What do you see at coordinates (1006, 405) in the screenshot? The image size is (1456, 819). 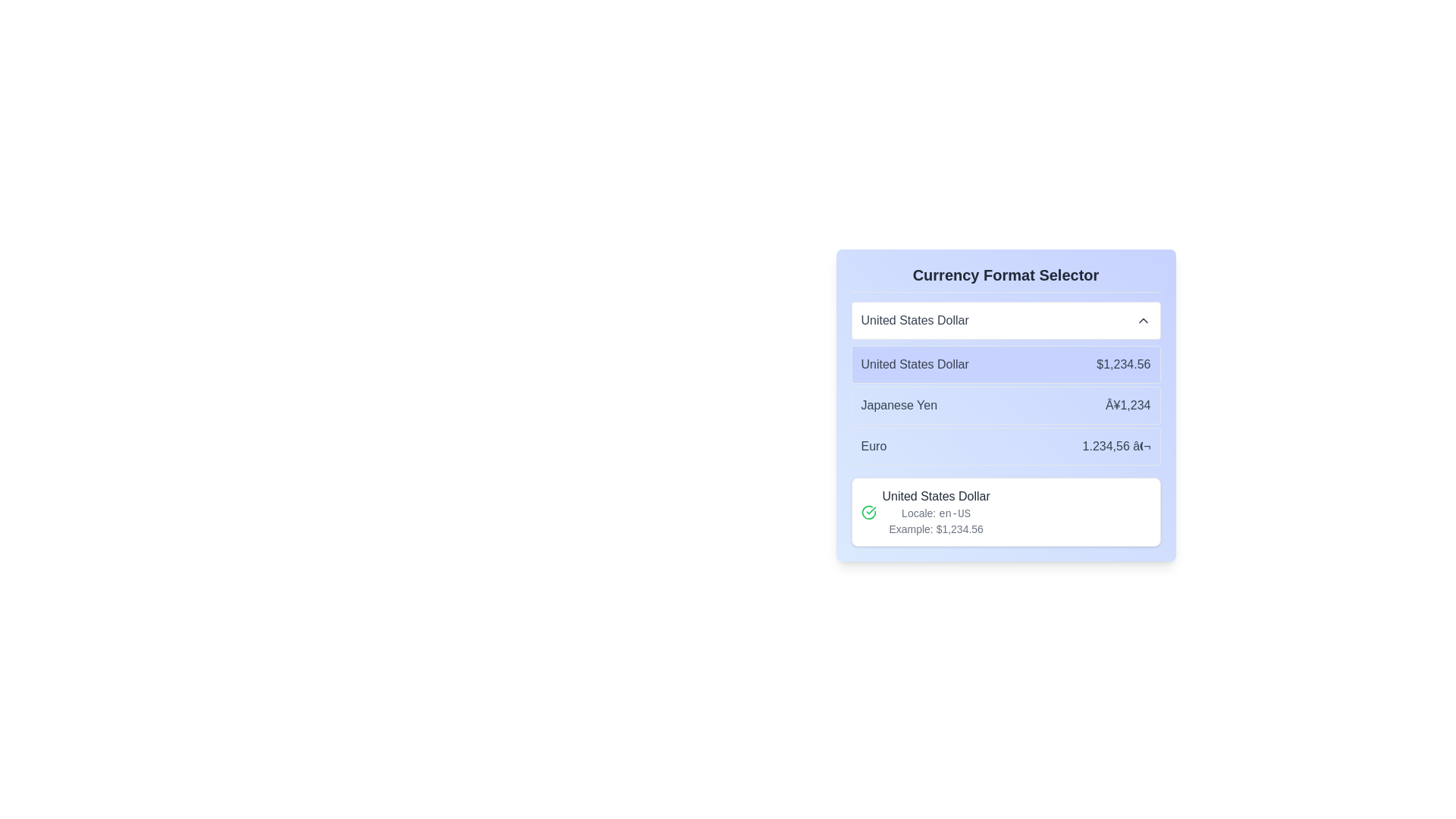 I see `the second item in the dropdown menu` at bounding box center [1006, 405].